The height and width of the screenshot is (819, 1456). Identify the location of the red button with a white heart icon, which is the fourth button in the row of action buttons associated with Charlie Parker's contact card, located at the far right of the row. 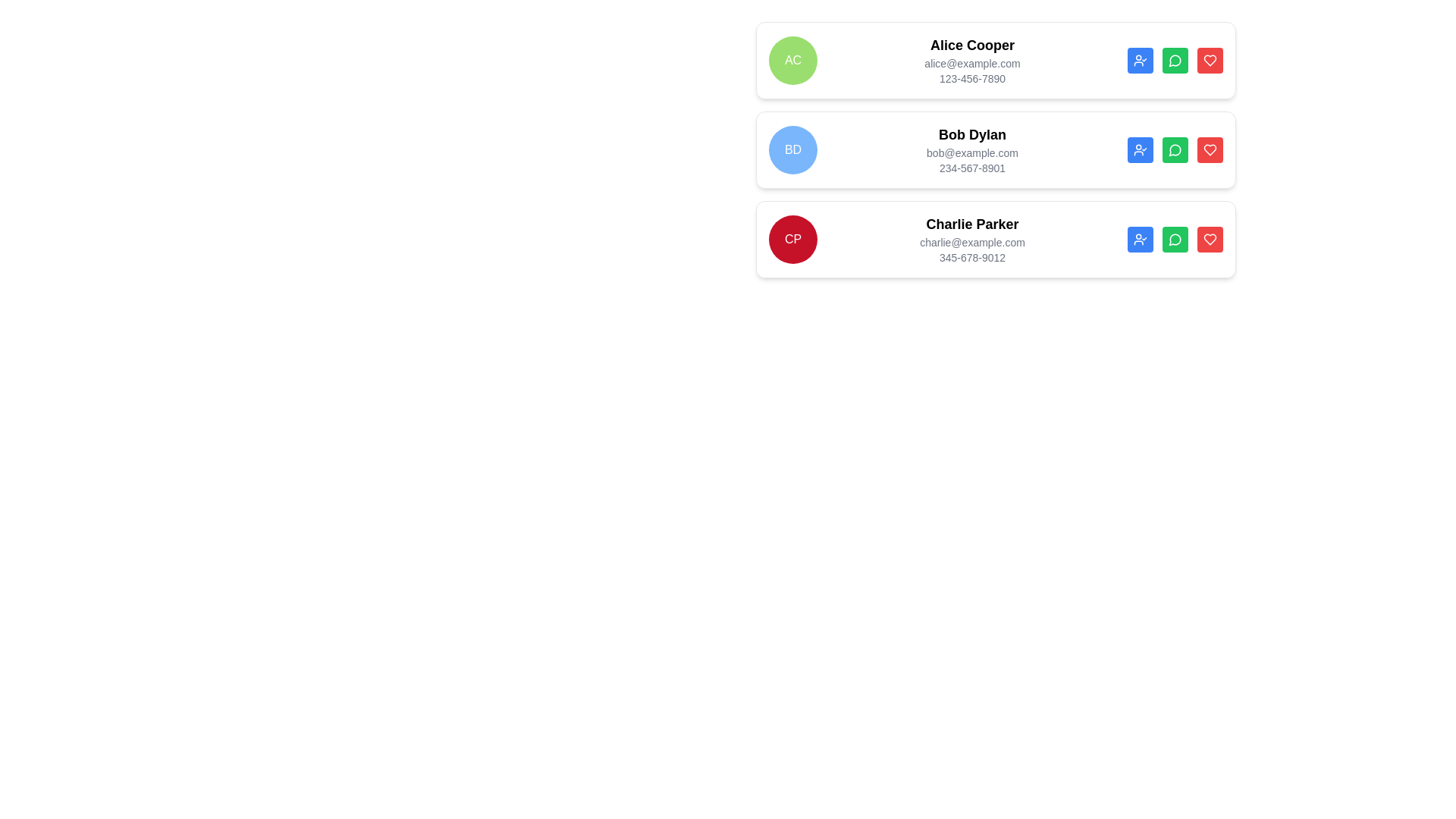
(1210, 60).